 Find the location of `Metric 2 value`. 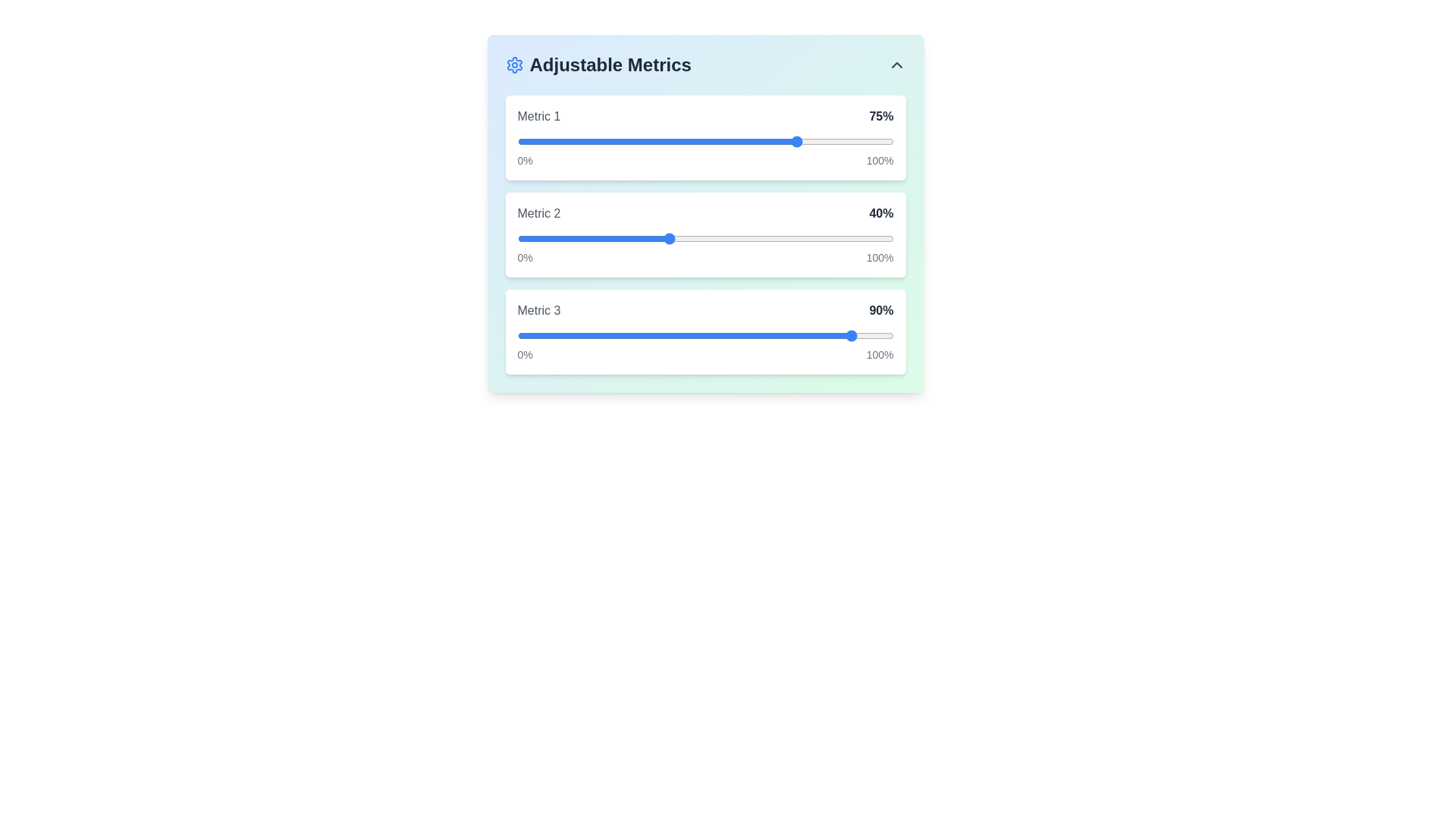

Metric 2 value is located at coordinates (825, 239).